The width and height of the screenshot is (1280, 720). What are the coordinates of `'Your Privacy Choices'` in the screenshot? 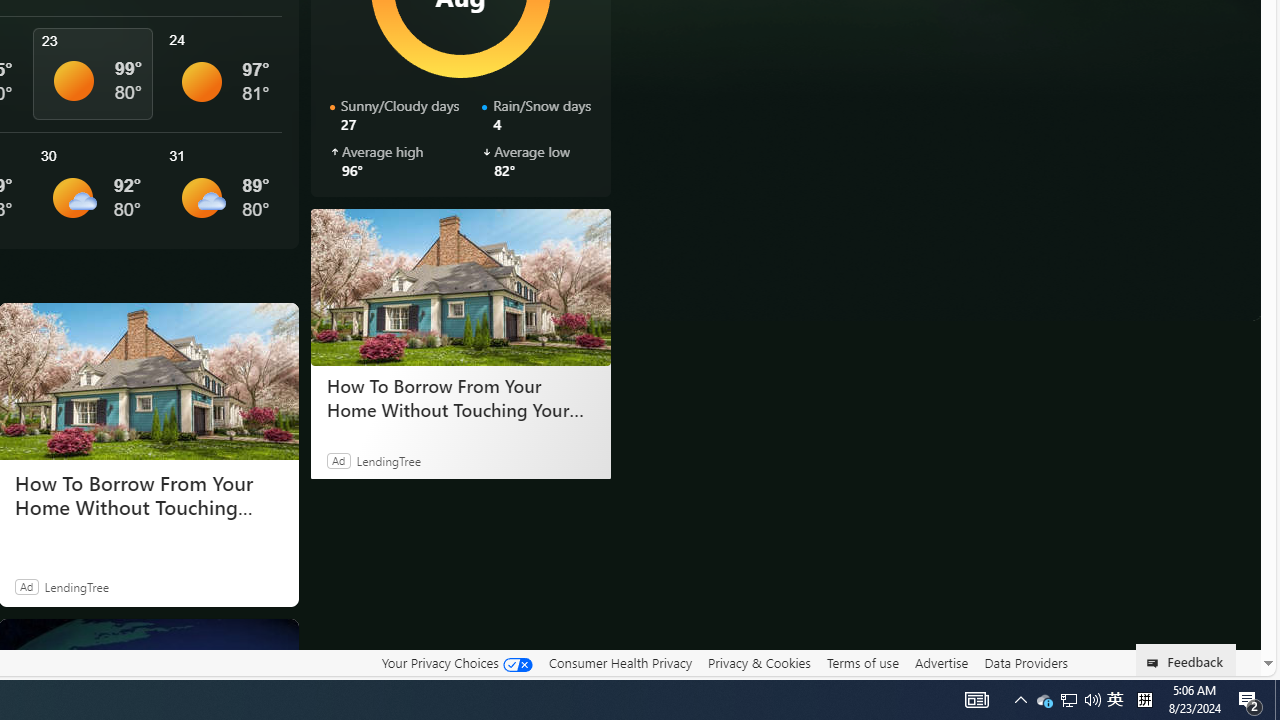 It's located at (455, 662).